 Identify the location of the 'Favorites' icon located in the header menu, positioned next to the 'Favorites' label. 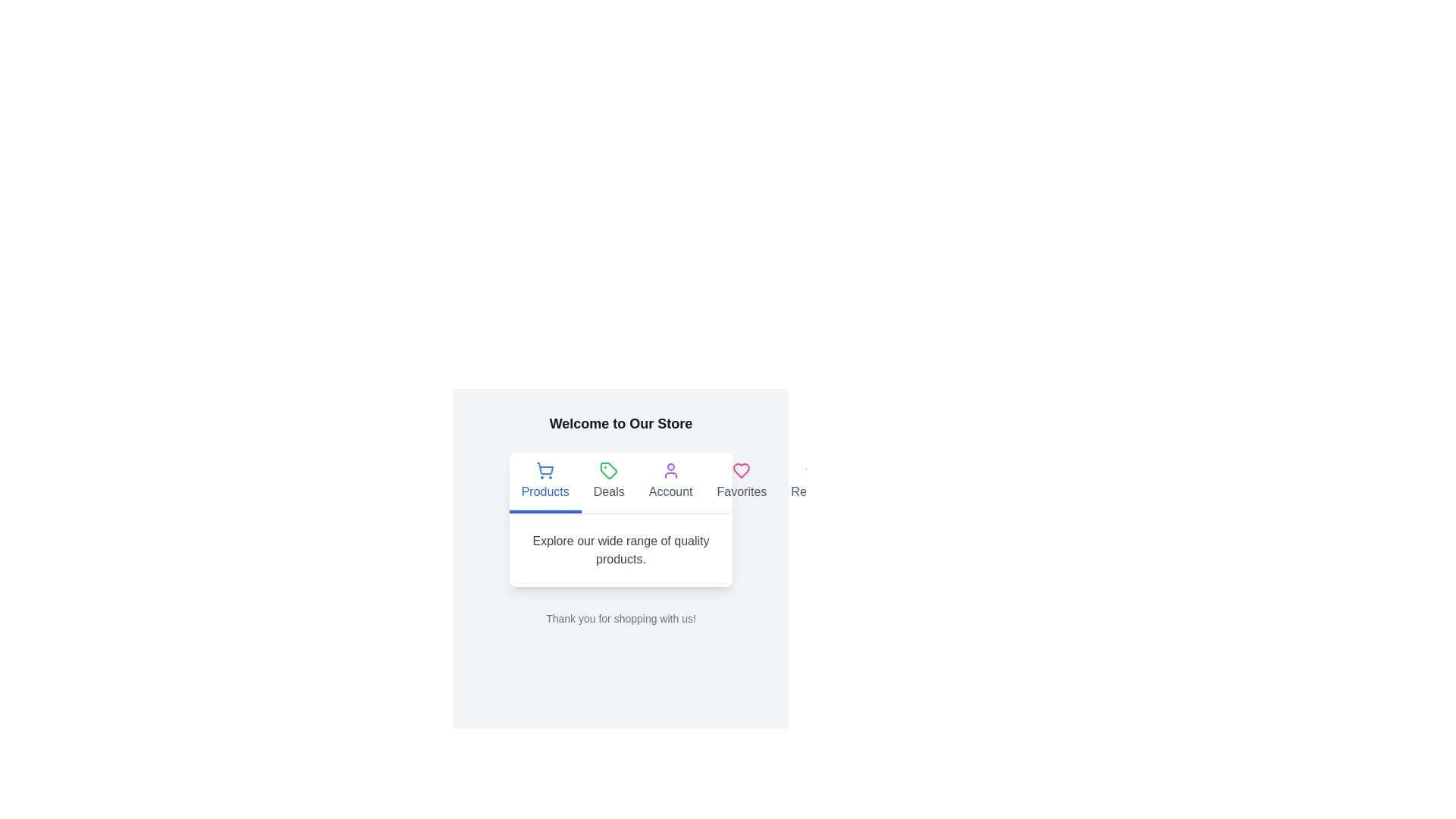
(742, 470).